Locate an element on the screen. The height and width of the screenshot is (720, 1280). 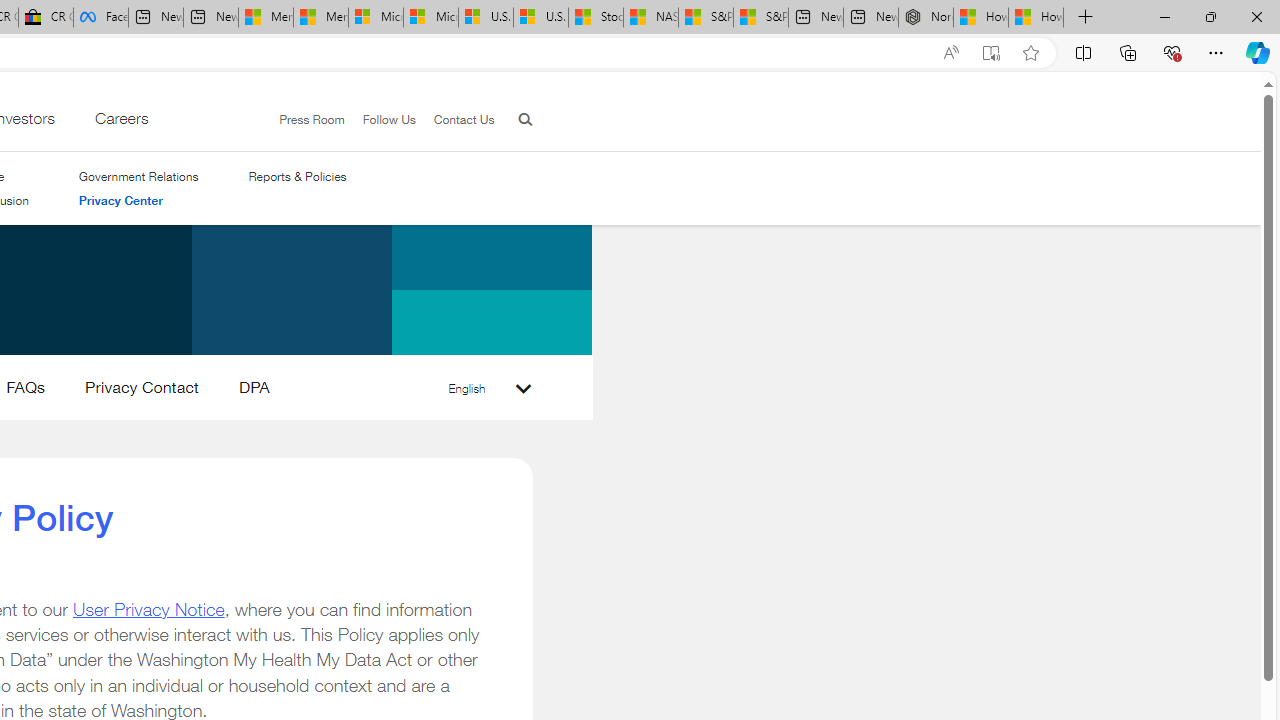
'Privacy Contact' is located at coordinates (140, 391).